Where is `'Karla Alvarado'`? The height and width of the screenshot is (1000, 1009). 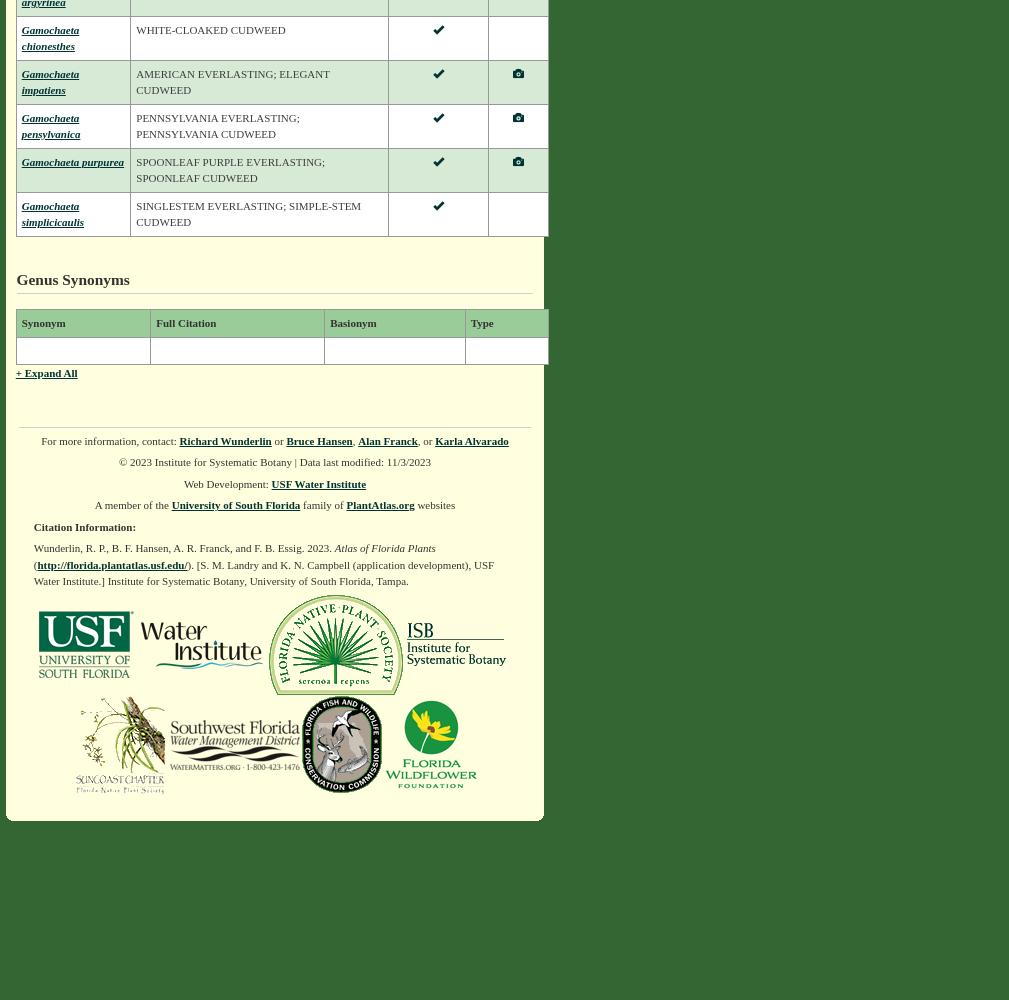
'Karla Alvarado' is located at coordinates (470, 439).